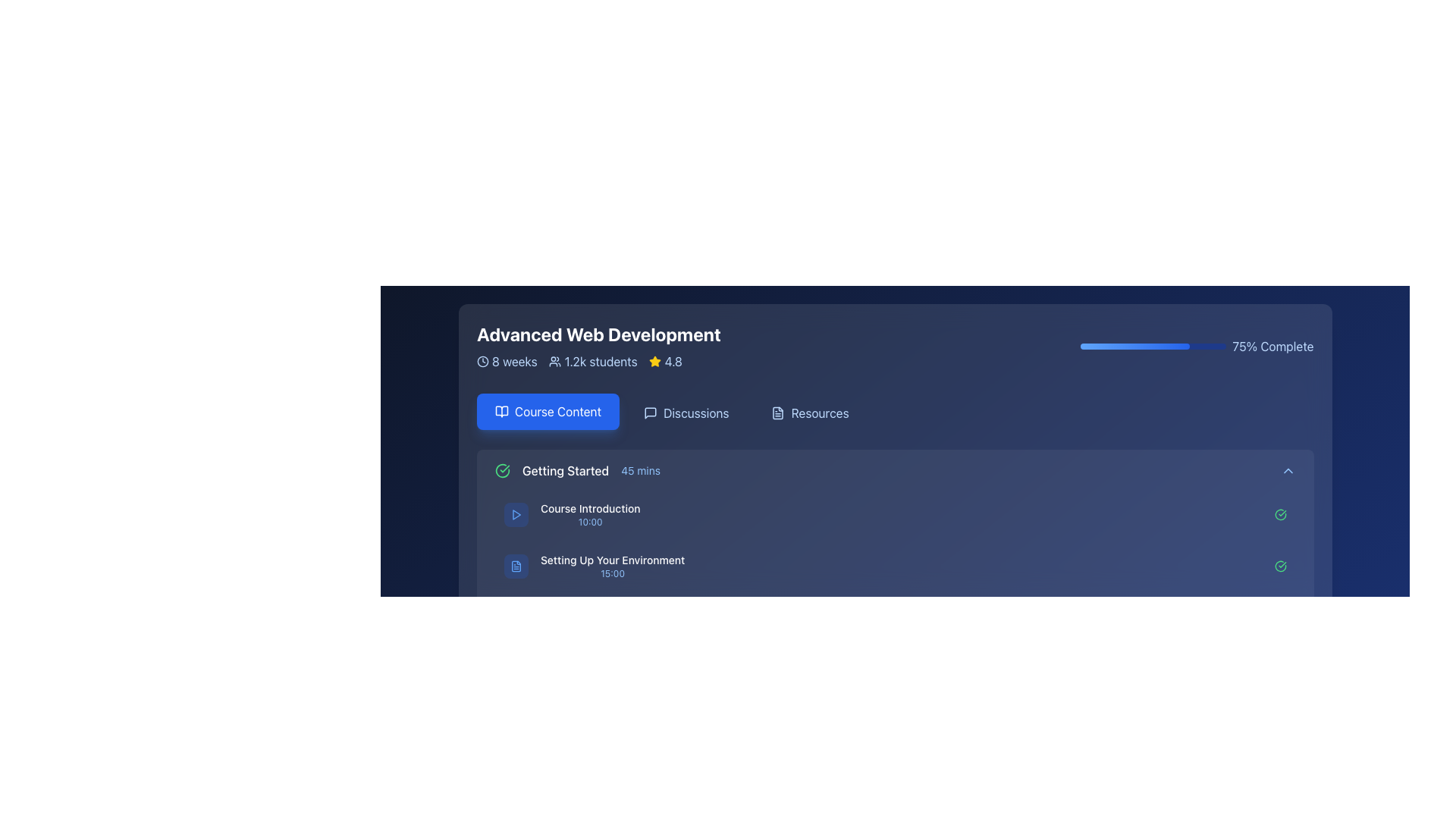 The width and height of the screenshot is (1456, 819). I want to click on the play icon located to the left of the 'Course Introduction' text in the 'Getting Started' section of the 'Course Content' tab to initiate the media playback, so click(516, 513).